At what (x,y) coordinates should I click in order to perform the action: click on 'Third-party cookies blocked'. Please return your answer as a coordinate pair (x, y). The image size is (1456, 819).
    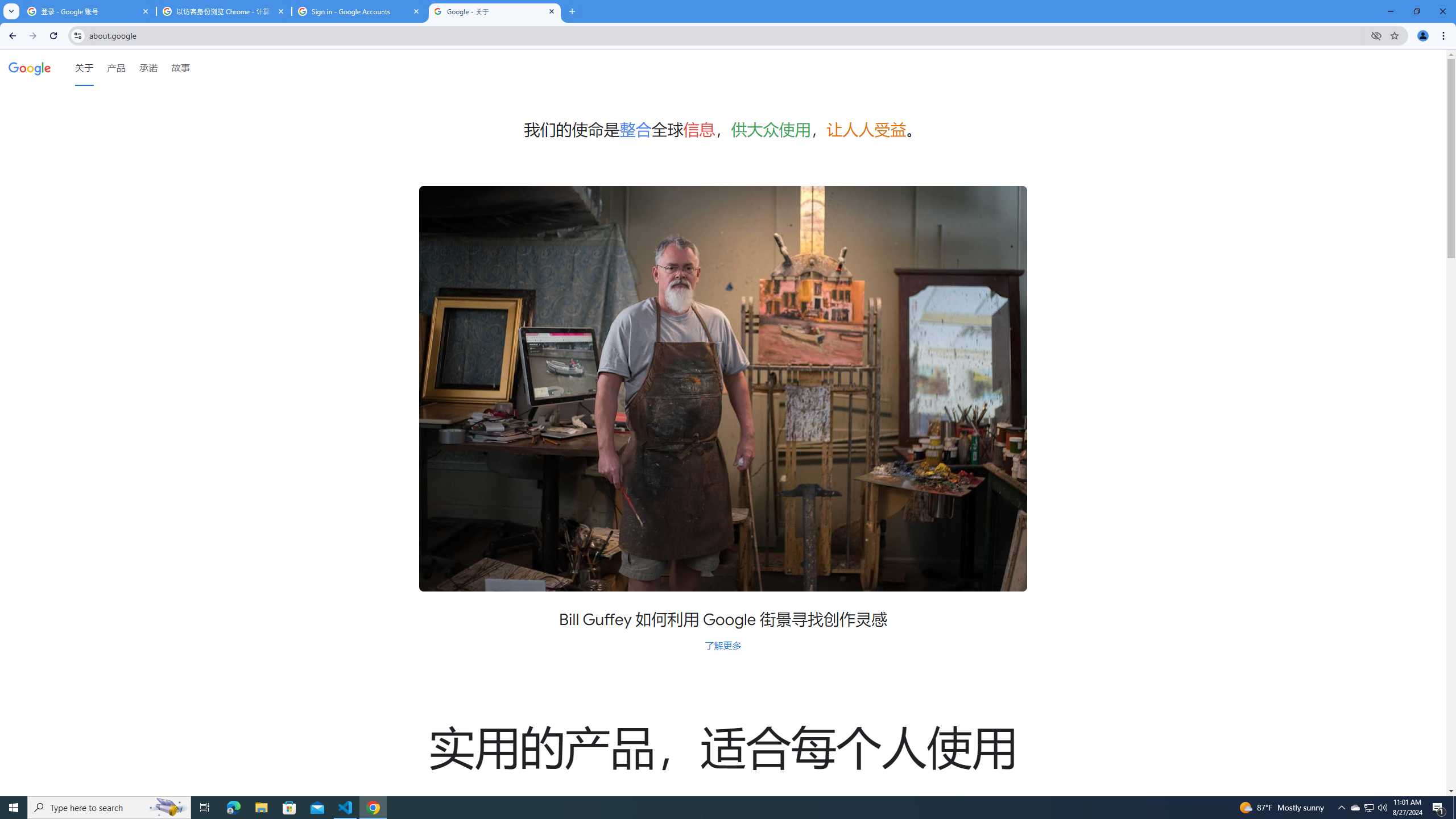
    Looking at the image, I should click on (1376, 35).